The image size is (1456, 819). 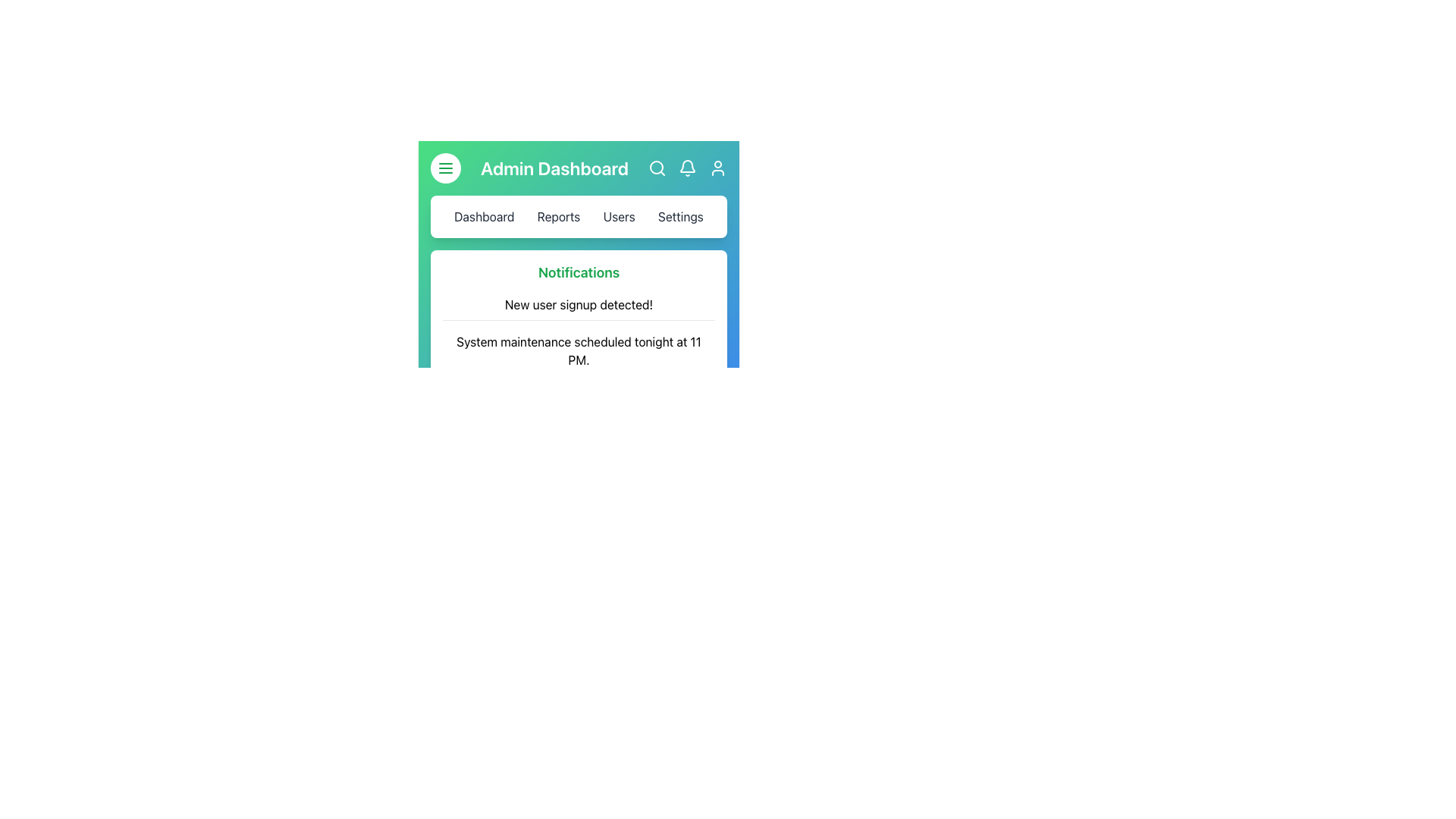 What do you see at coordinates (578, 351) in the screenshot?
I see `the second notification item in the Notifications list that notifies the user about scheduled system maintenance, located between 'New user signup detected!' and 'Backup completed successfully yesterday.'` at bounding box center [578, 351].